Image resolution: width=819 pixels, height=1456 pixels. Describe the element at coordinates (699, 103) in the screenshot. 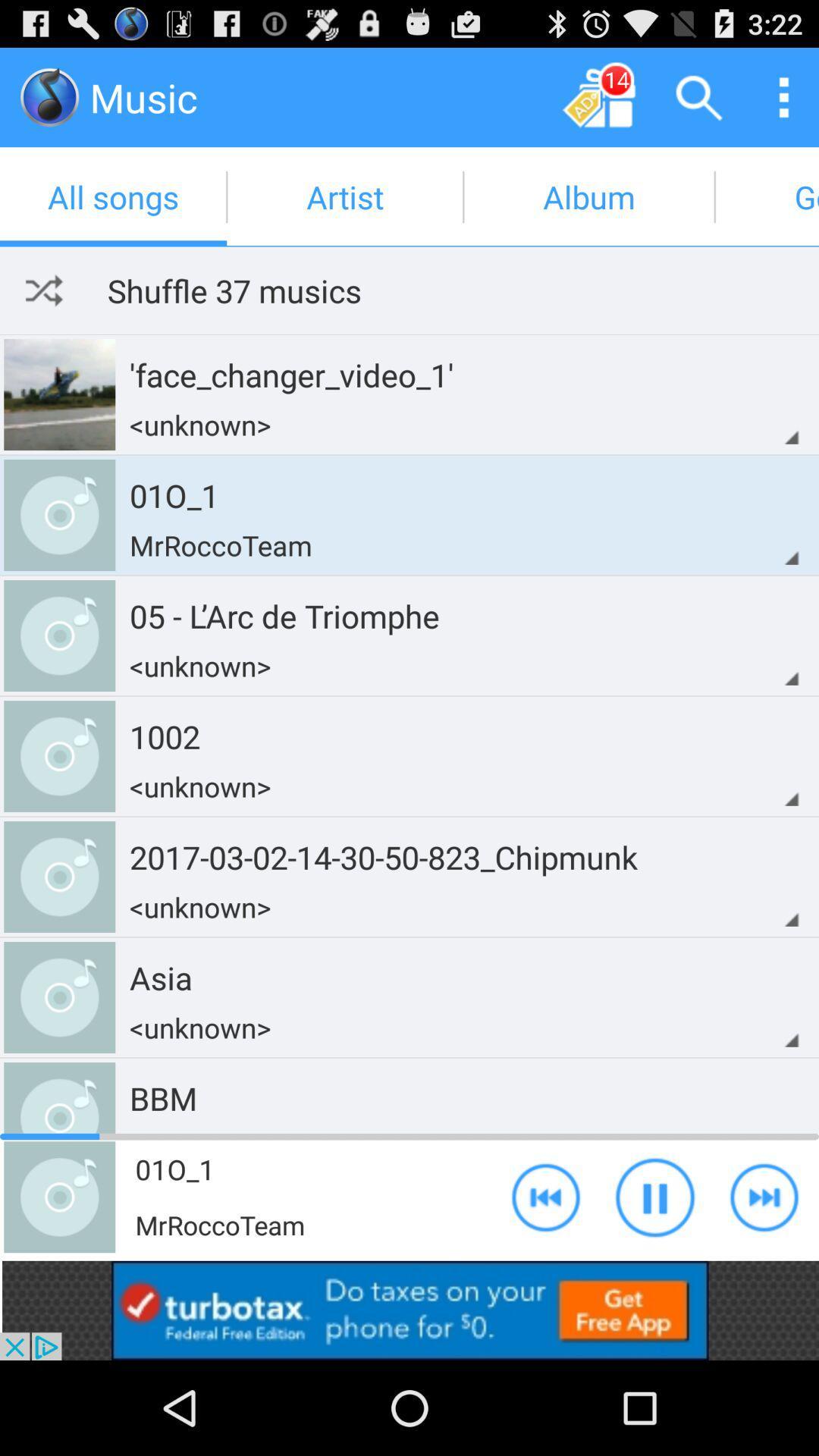

I see `the search icon` at that location.